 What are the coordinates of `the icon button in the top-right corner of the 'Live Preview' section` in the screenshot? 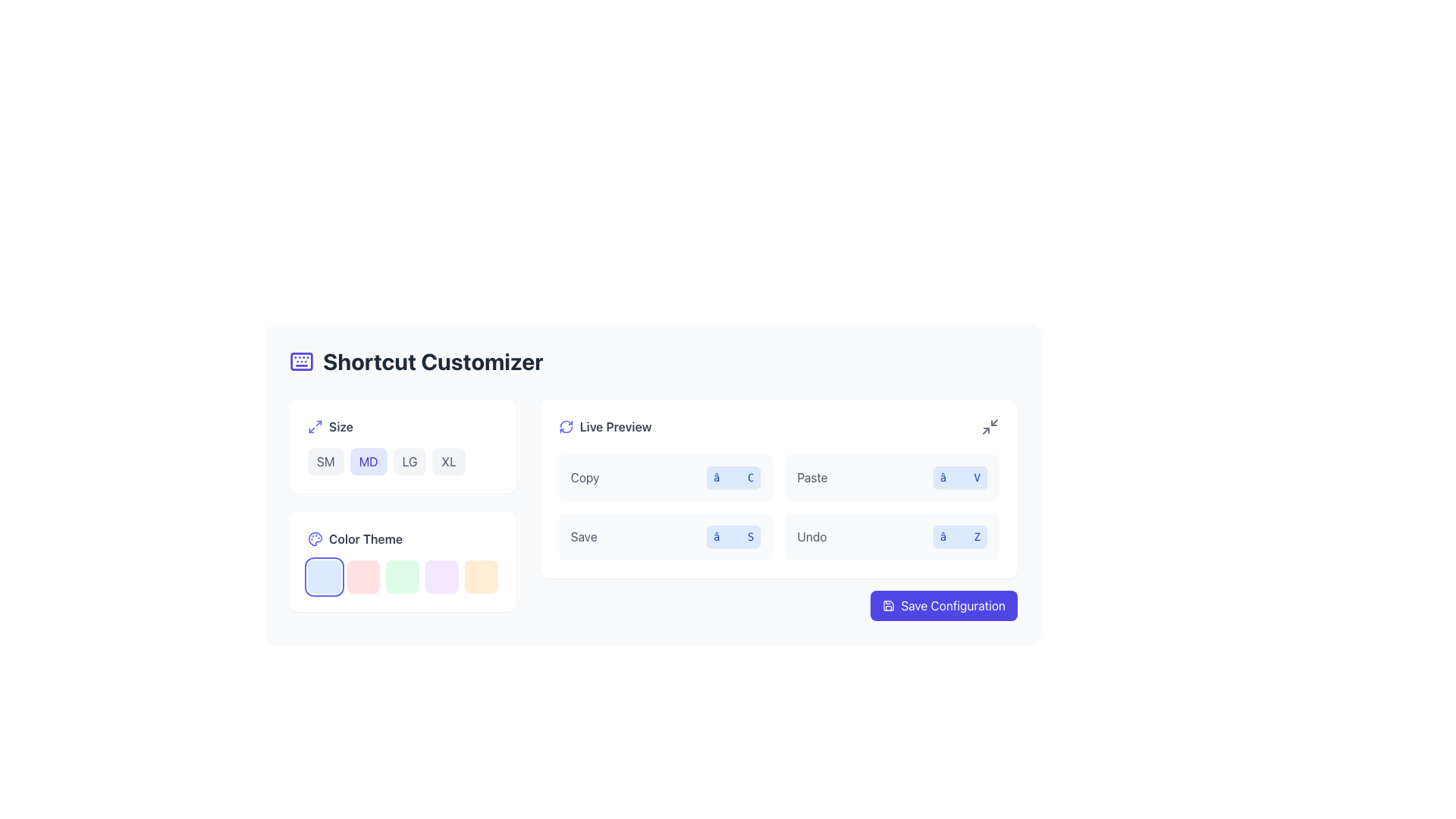 It's located at (990, 427).